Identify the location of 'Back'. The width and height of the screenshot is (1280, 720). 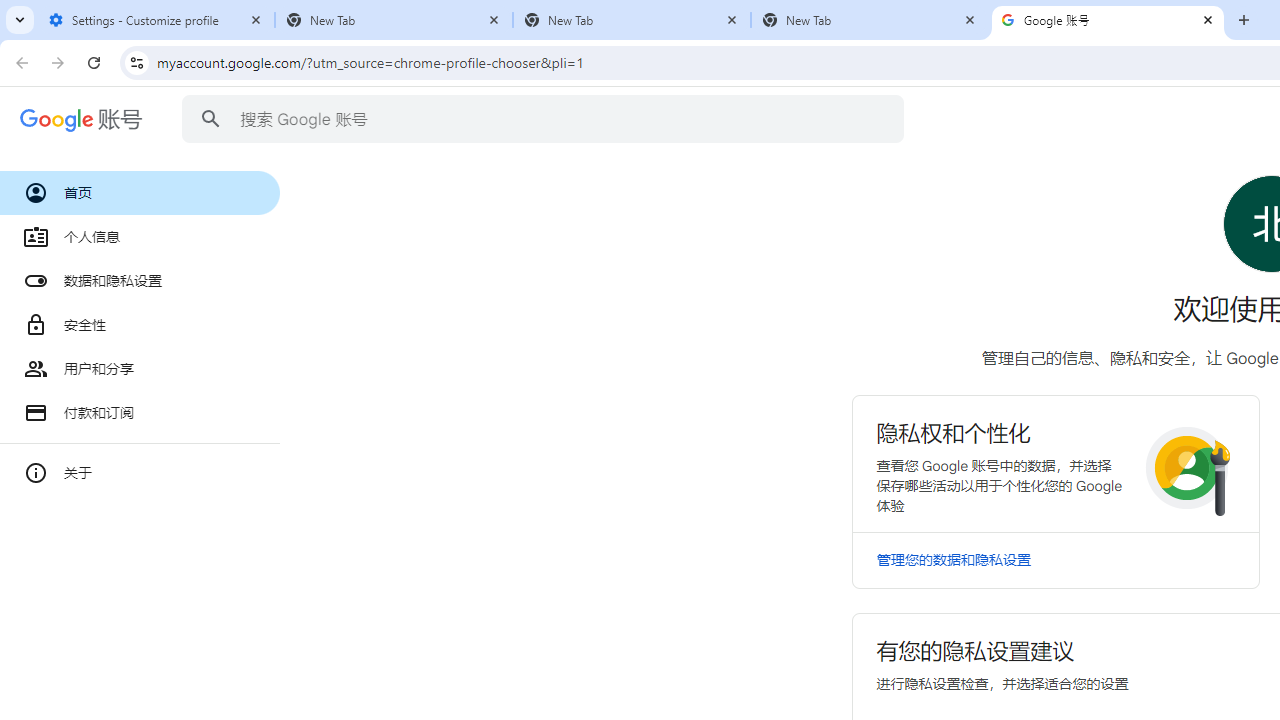
(19, 61).